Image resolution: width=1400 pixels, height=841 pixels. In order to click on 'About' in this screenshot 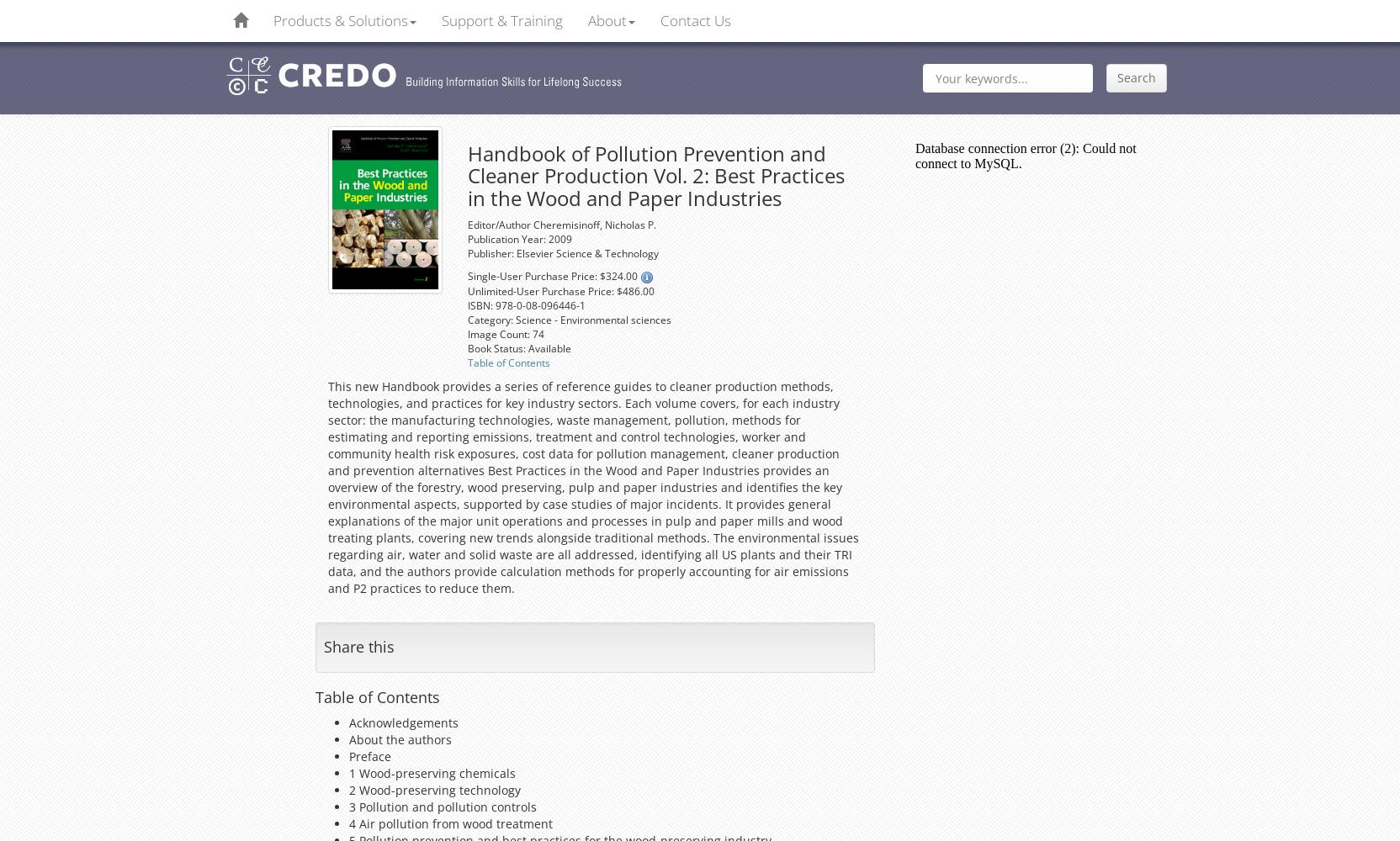, I will do `click(607, 20)`.